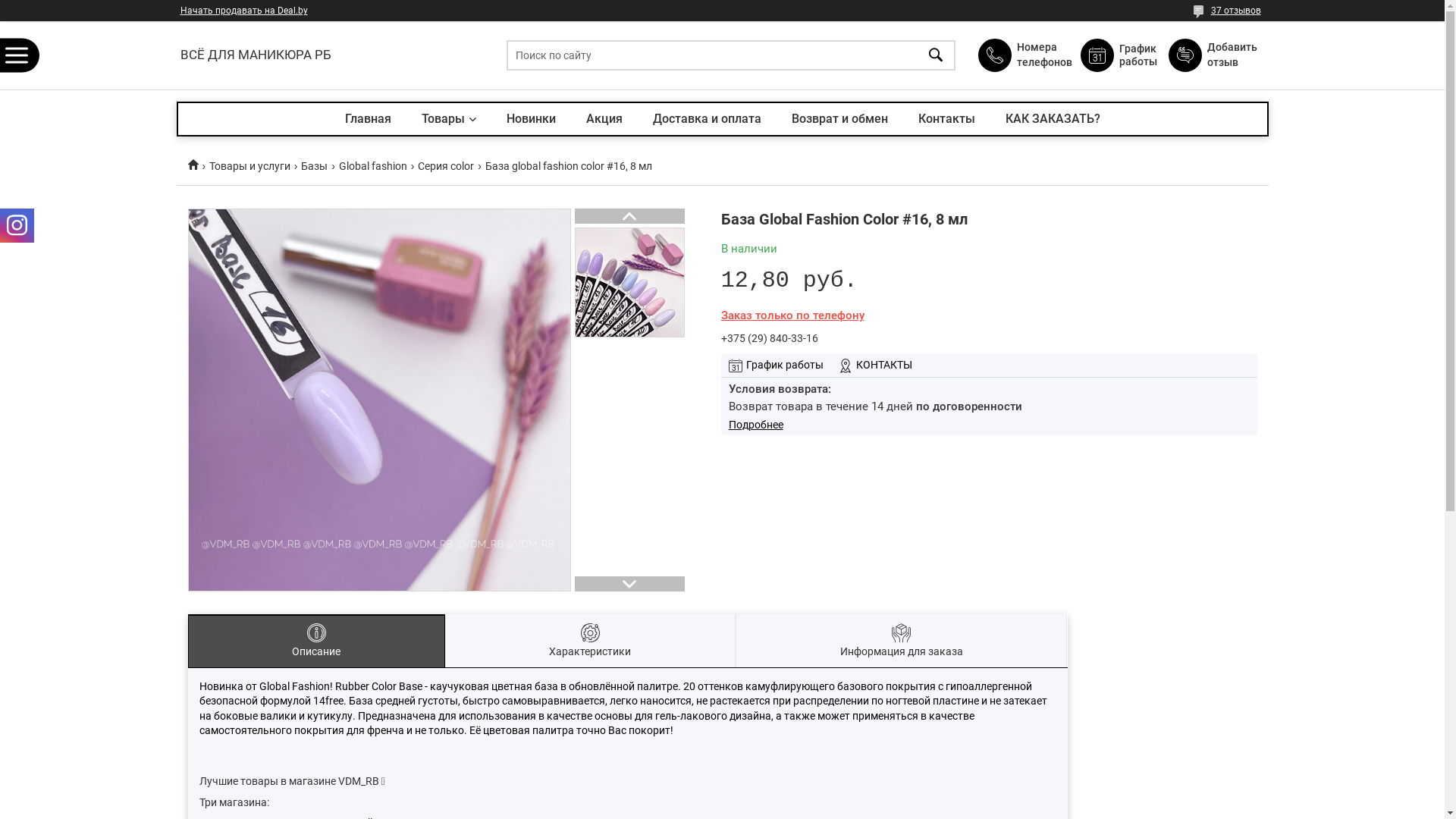 The height and width of the screenshot is (819, 1456). Describe the element at coordinates (372, 166) in the screenshot. I see `'Global fashion'` at that location.